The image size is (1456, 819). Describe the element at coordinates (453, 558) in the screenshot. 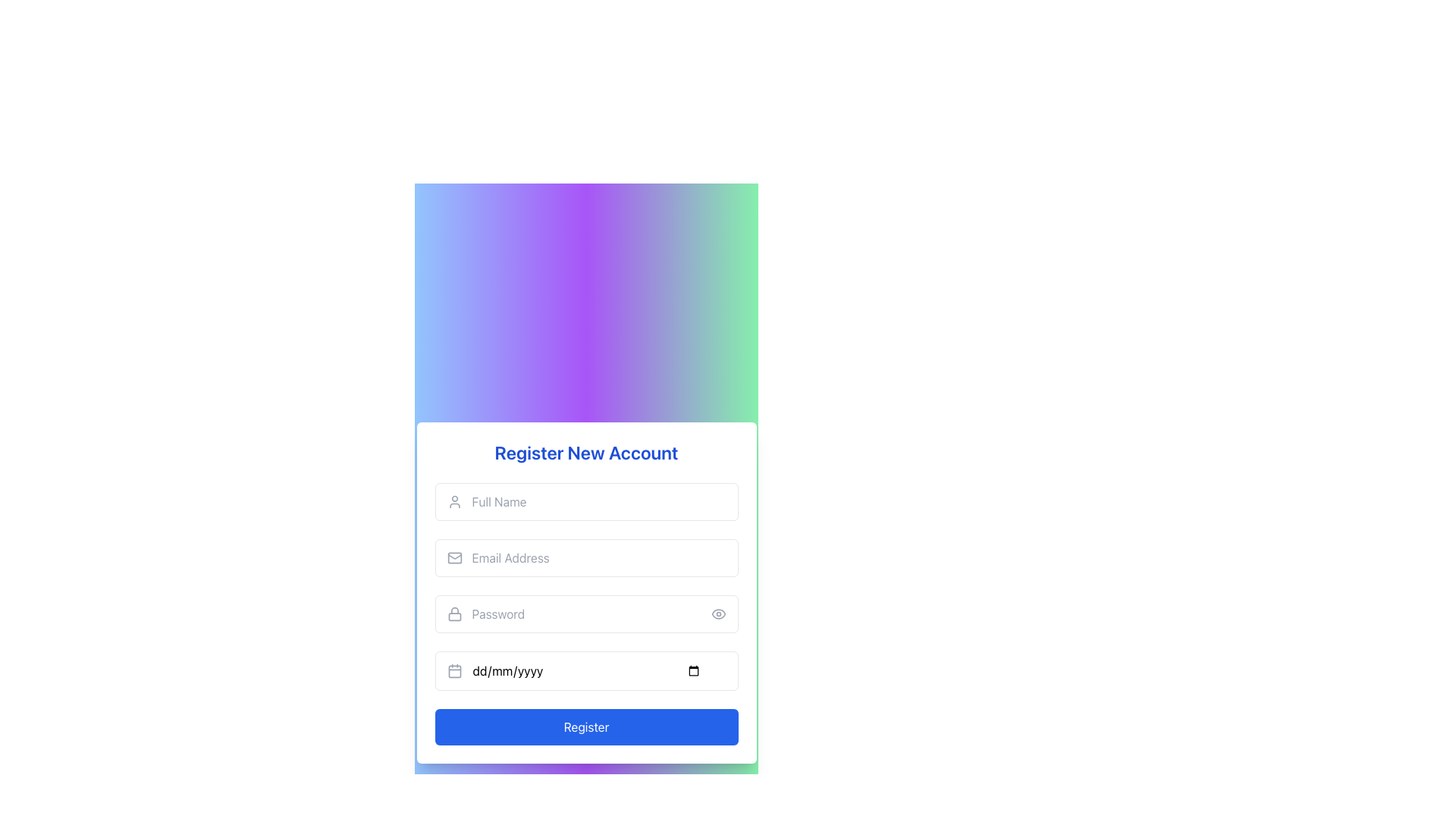

I see `the outlined envelope icon located to the left of the 'Email Address' input field` at that location.